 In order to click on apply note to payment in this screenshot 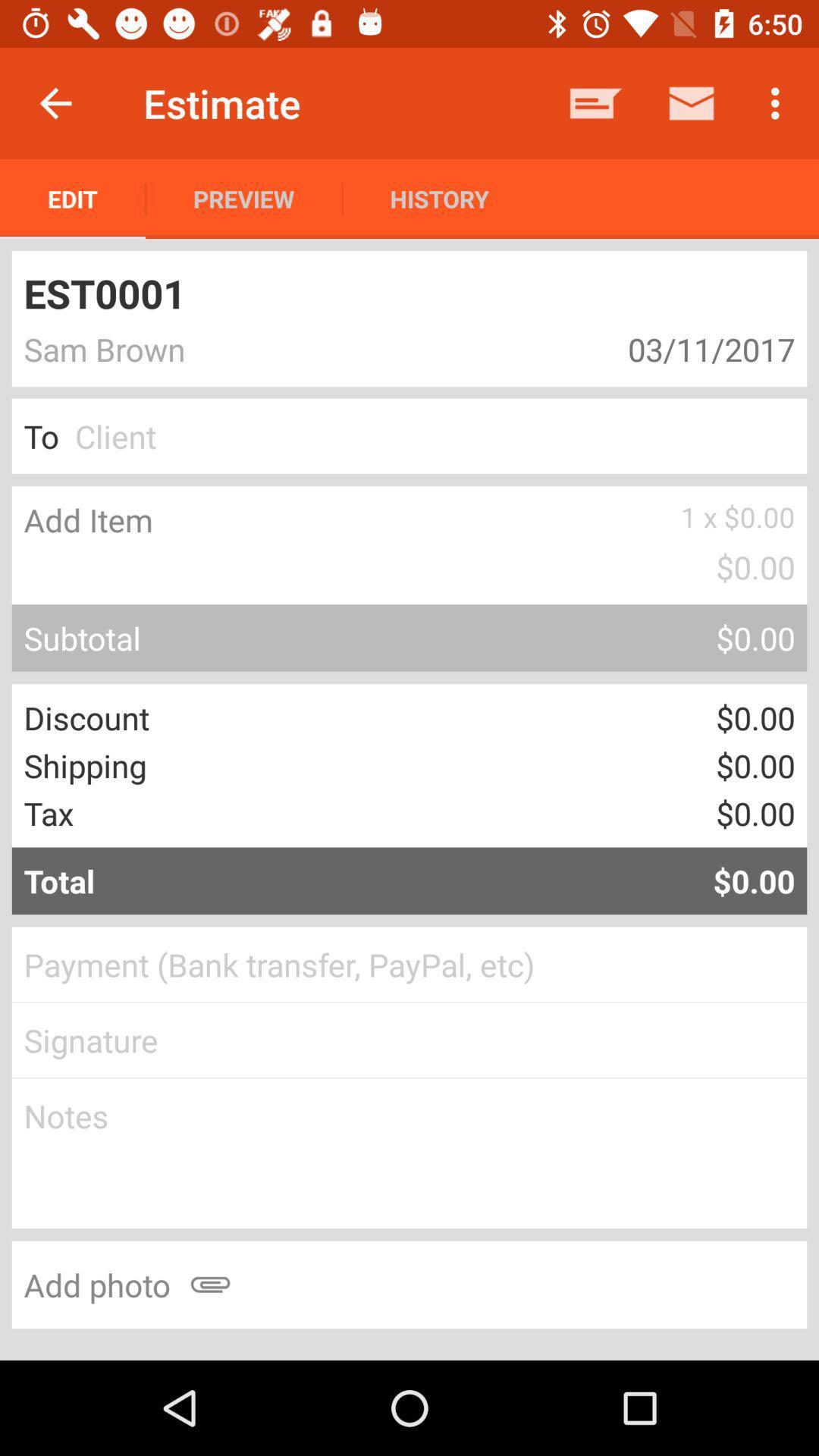, I will do `click(409, 1153)`.